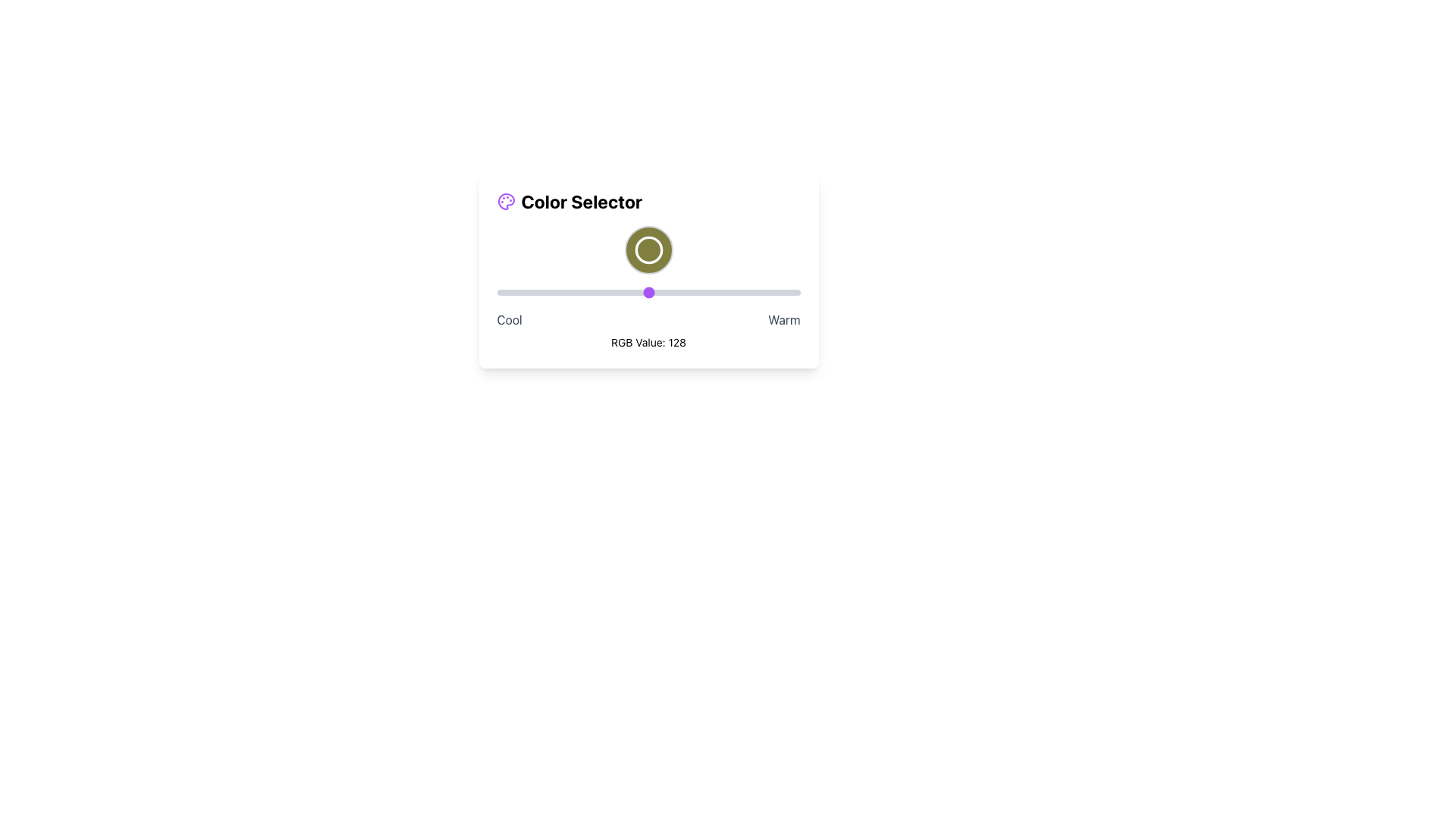  I want to click on the Circular Indicator element, which is a circular widget with a greenish background and a white border, located in the middle-top section of the 'Color Selector' interface, so click(648, 249).